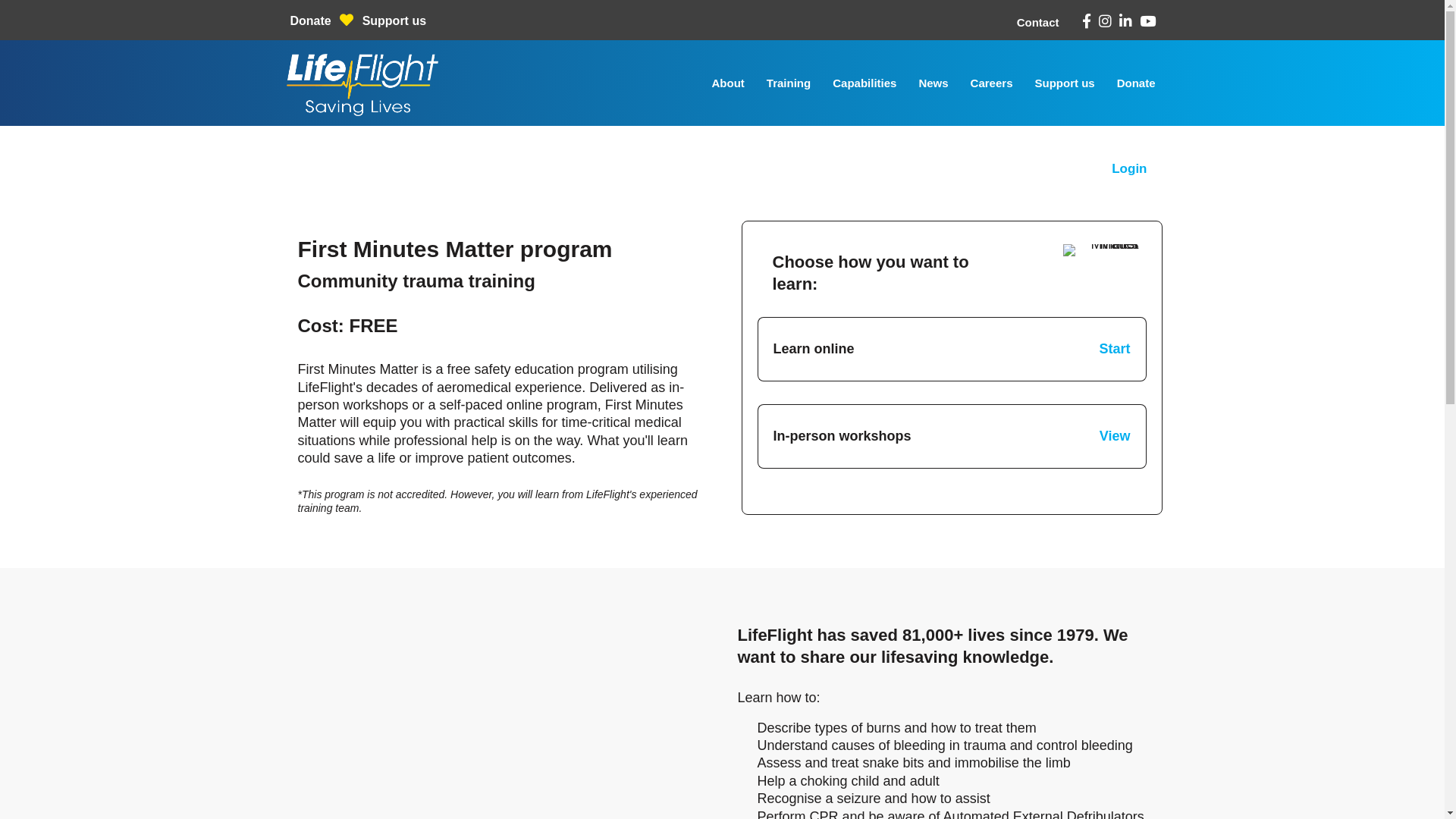 The height and width of the screenshot is (819, 1456). What do you see at coordinates (1128, 168) in the screenshot?
I see `'Login'` at bounding box center [1128, 168].